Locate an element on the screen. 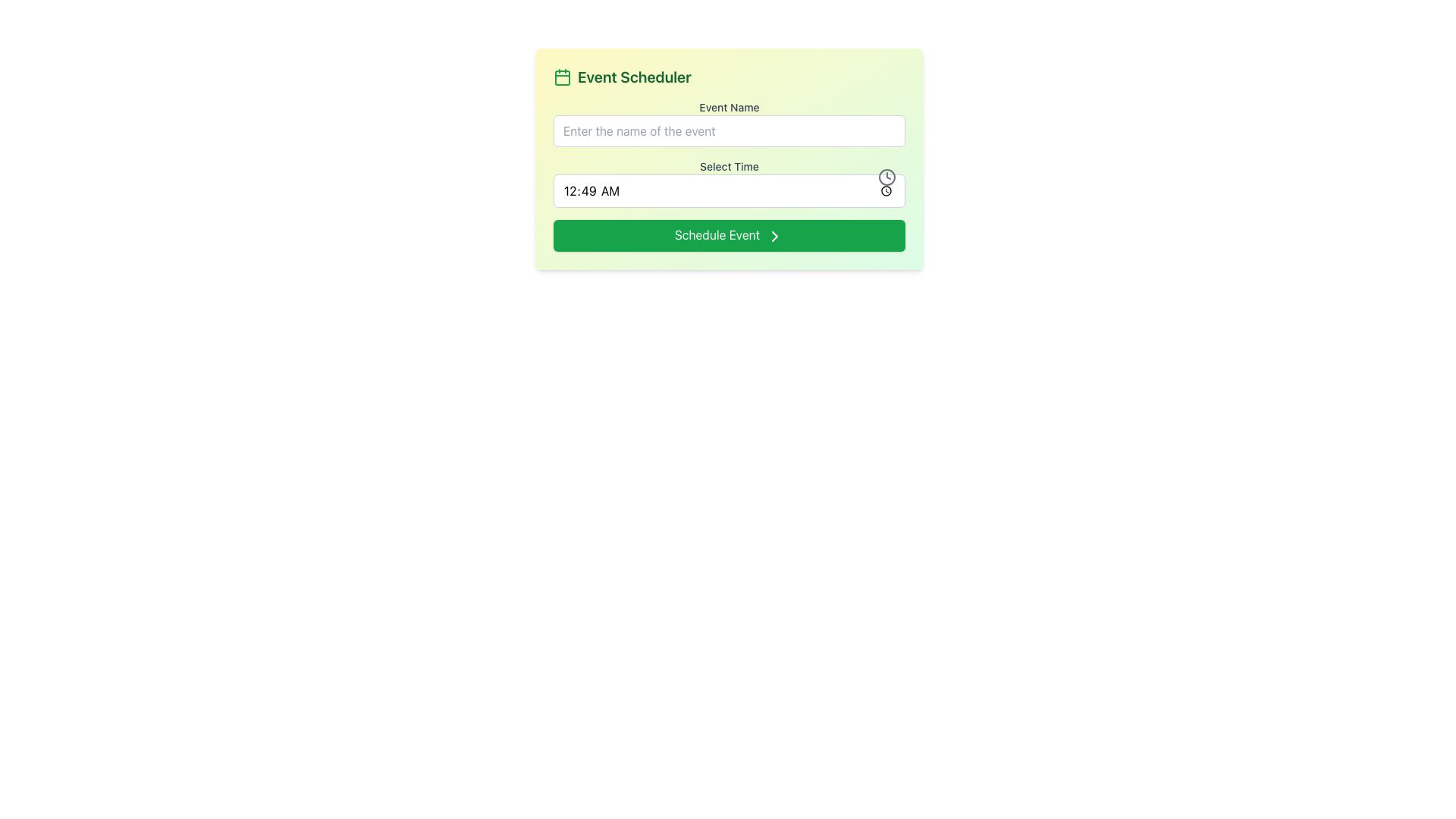 The height and width of the screenshot is (819, 1456). the inner rectangle of the decorative calendar icon located to the left of the 'Event Scheduler' text at the top of the interface is located at coordinates (562, 78).